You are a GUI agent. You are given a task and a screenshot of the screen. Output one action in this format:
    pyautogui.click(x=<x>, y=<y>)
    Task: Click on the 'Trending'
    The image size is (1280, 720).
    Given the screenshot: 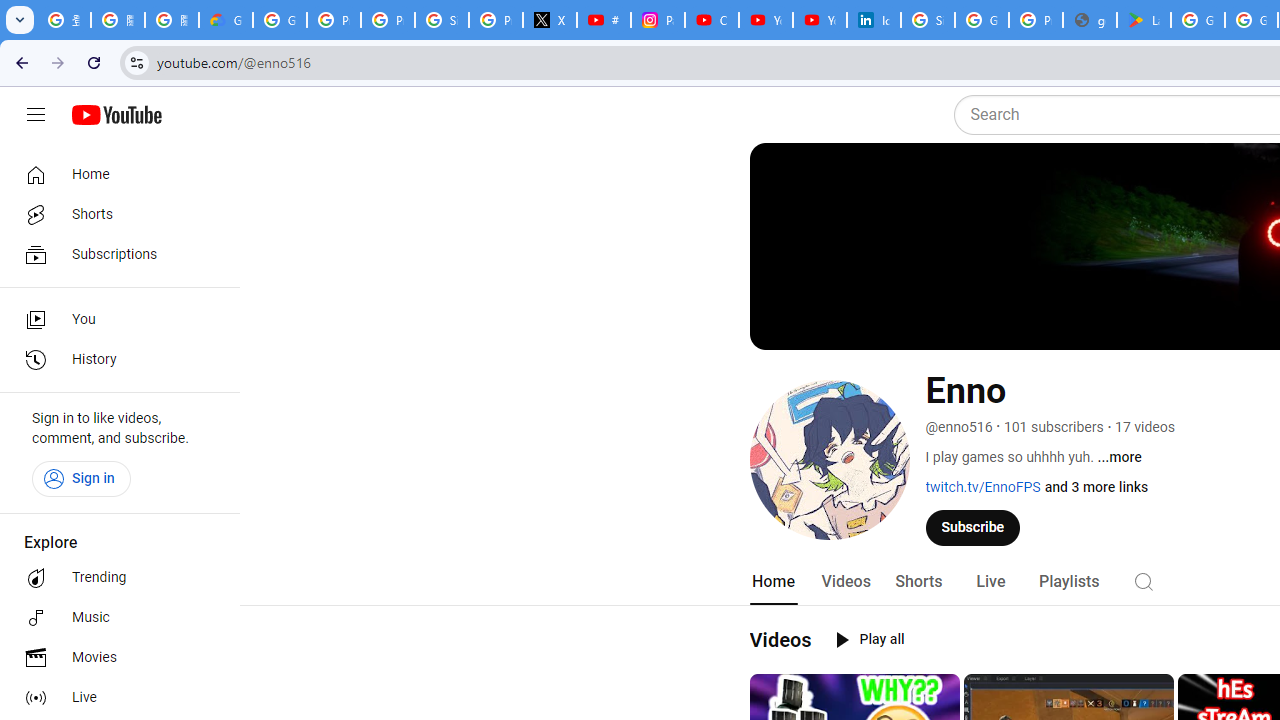 What is the action you would take?
    pyautogui.click(x=112, y=578)
    